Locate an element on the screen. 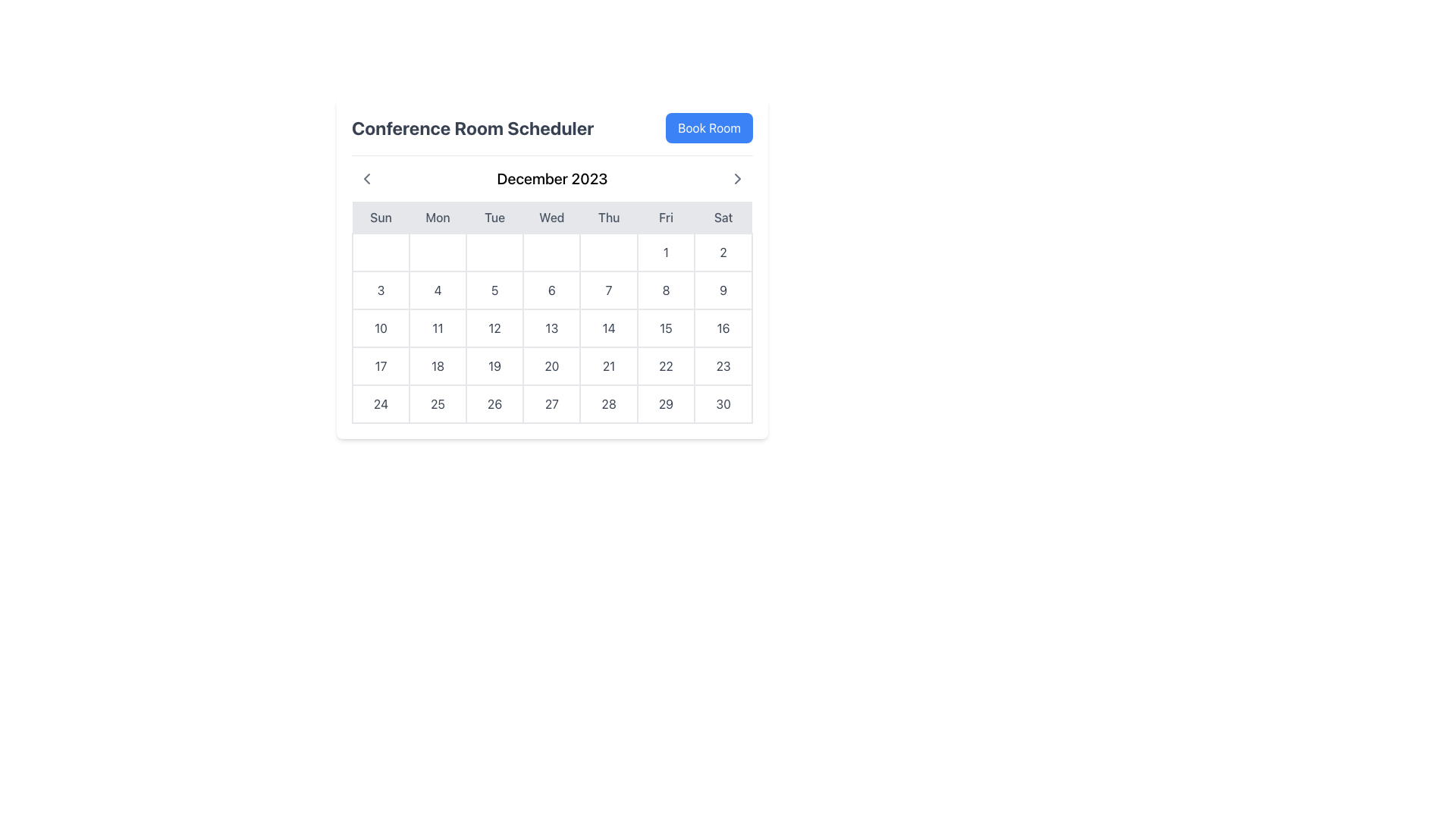 Image resolution: width=1456 pixels, height=819 pixels. the Calendar Day Cell displaying '13' is located at coordinates (551, 327).